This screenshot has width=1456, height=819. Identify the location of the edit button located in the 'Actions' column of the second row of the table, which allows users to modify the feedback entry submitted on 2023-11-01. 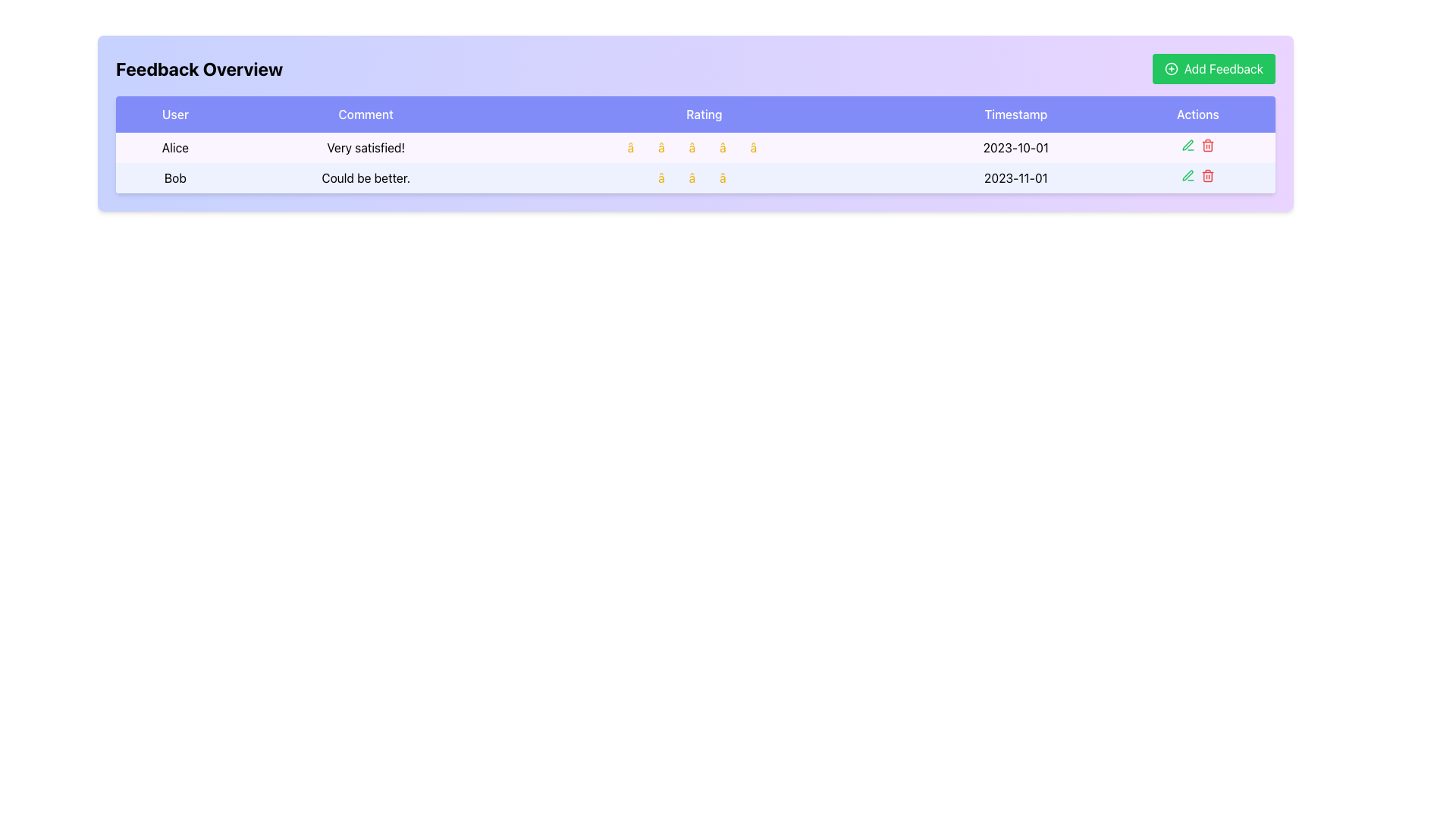
(1187, 146).